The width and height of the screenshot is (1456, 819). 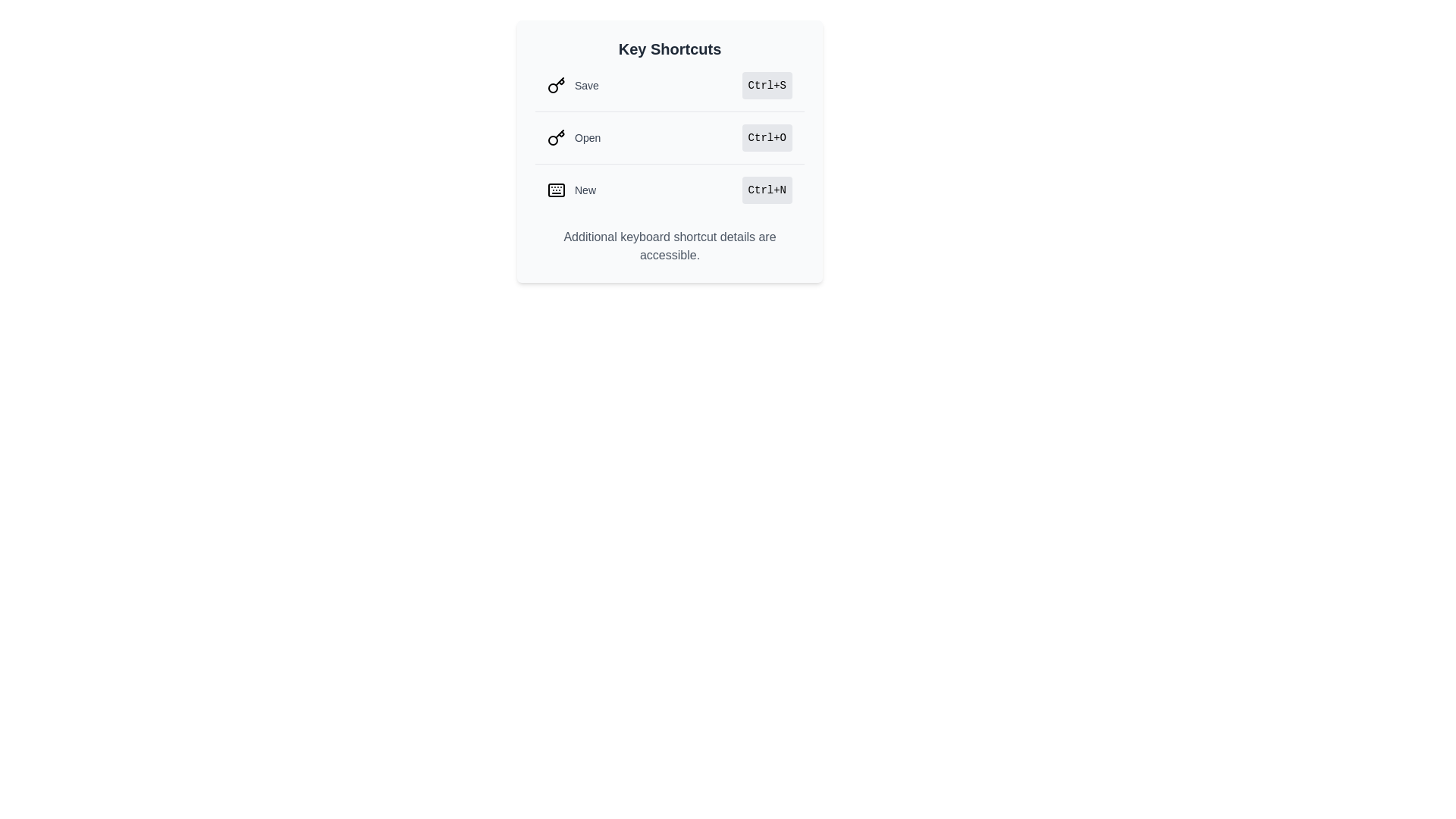 What do you see at coordinates (585, 189) in the screenshot?
I see `the 'New' label, which indicates the 'Ctrl+N' keyboard shortcut and is positioned to the right of the keyboard icon in the shortcut descriptions section` at bounding box center [585, 189].